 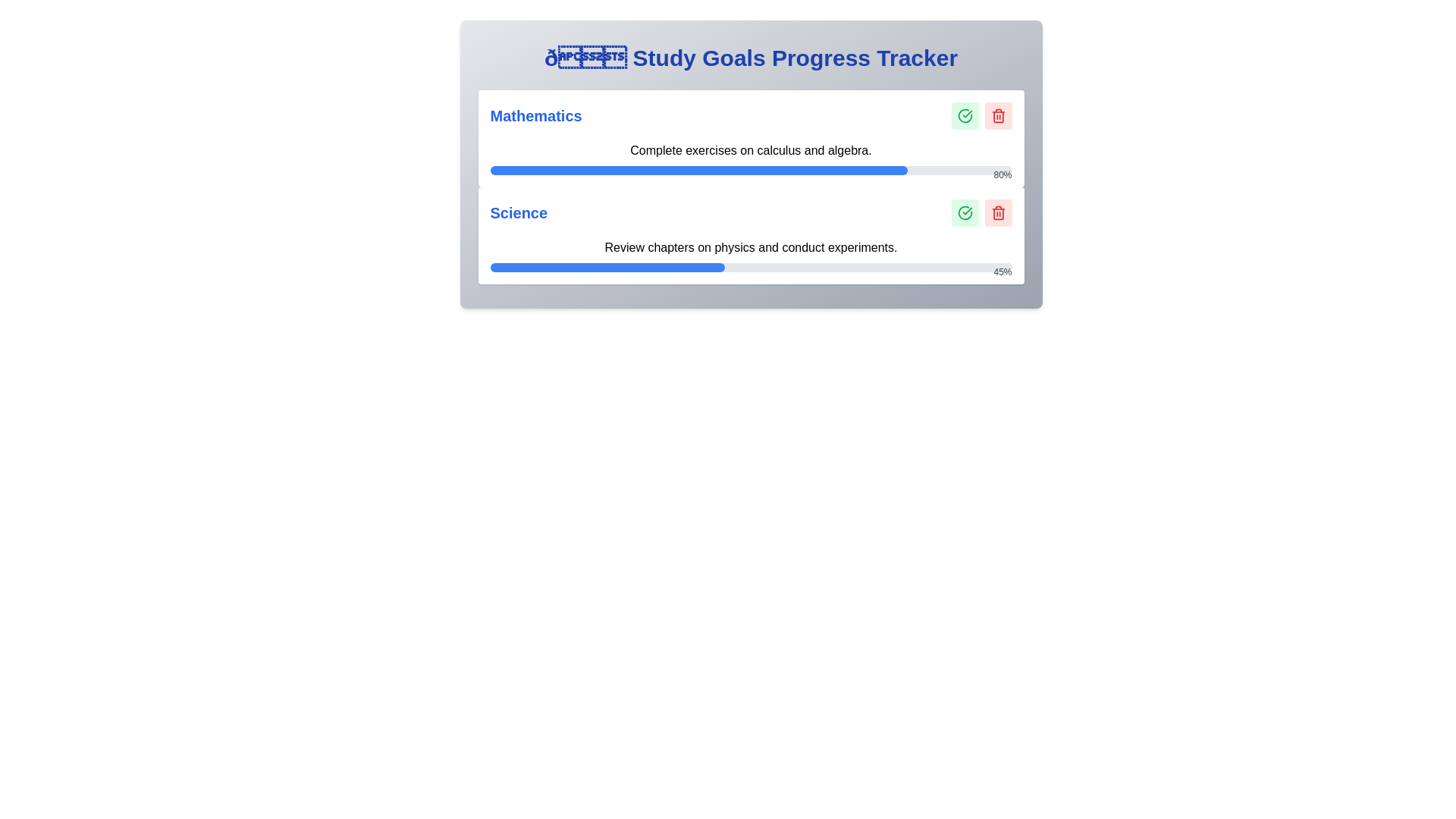 I want to click on the text label that indicates the user's activity or challenge in the mathematics section, which is horizontally centered and positioned above progress indicators, so click(x=751, y=151).